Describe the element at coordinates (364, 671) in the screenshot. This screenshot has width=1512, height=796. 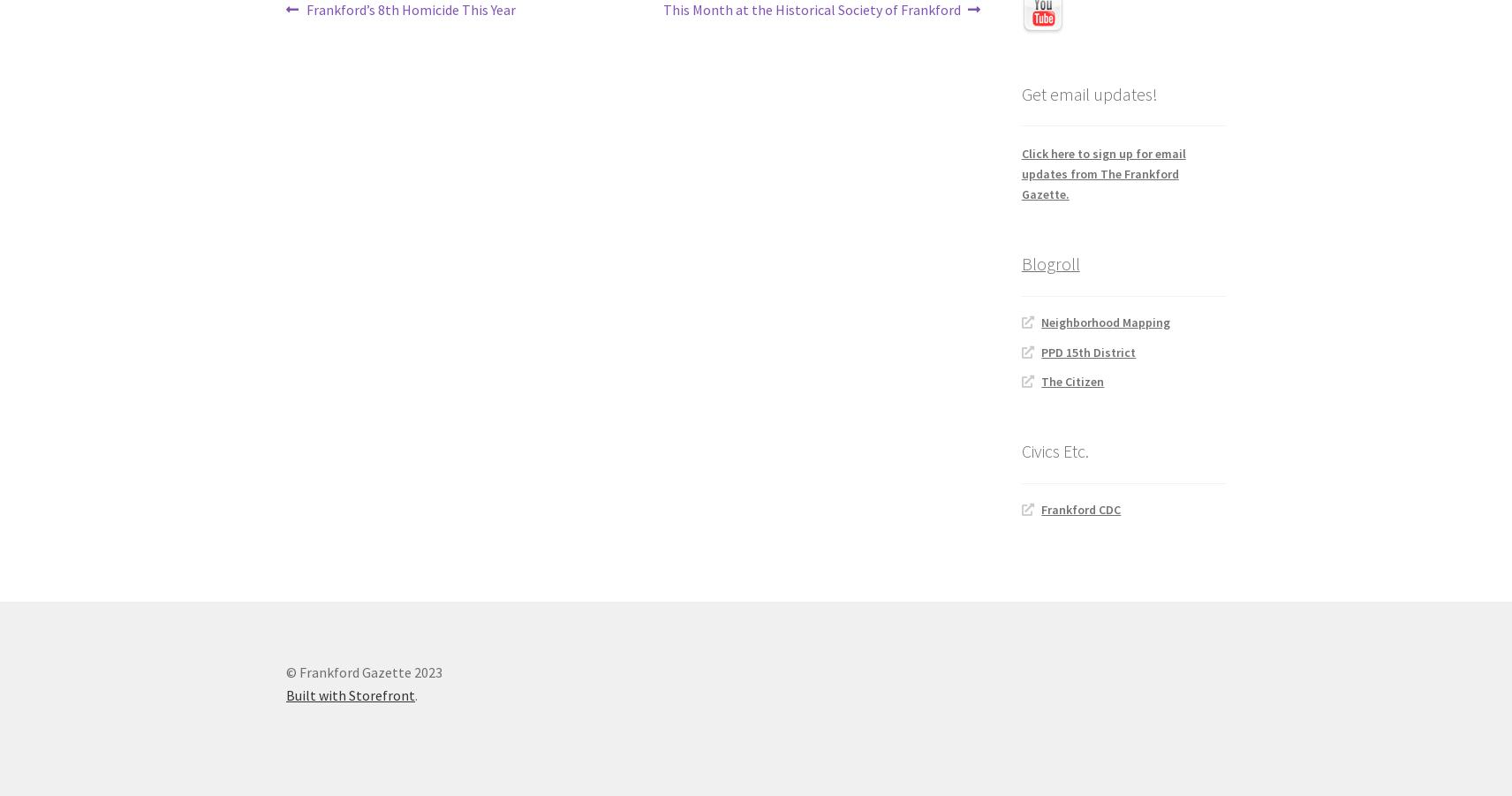
I see `'© Frankford Gazette 2023'` at that location.